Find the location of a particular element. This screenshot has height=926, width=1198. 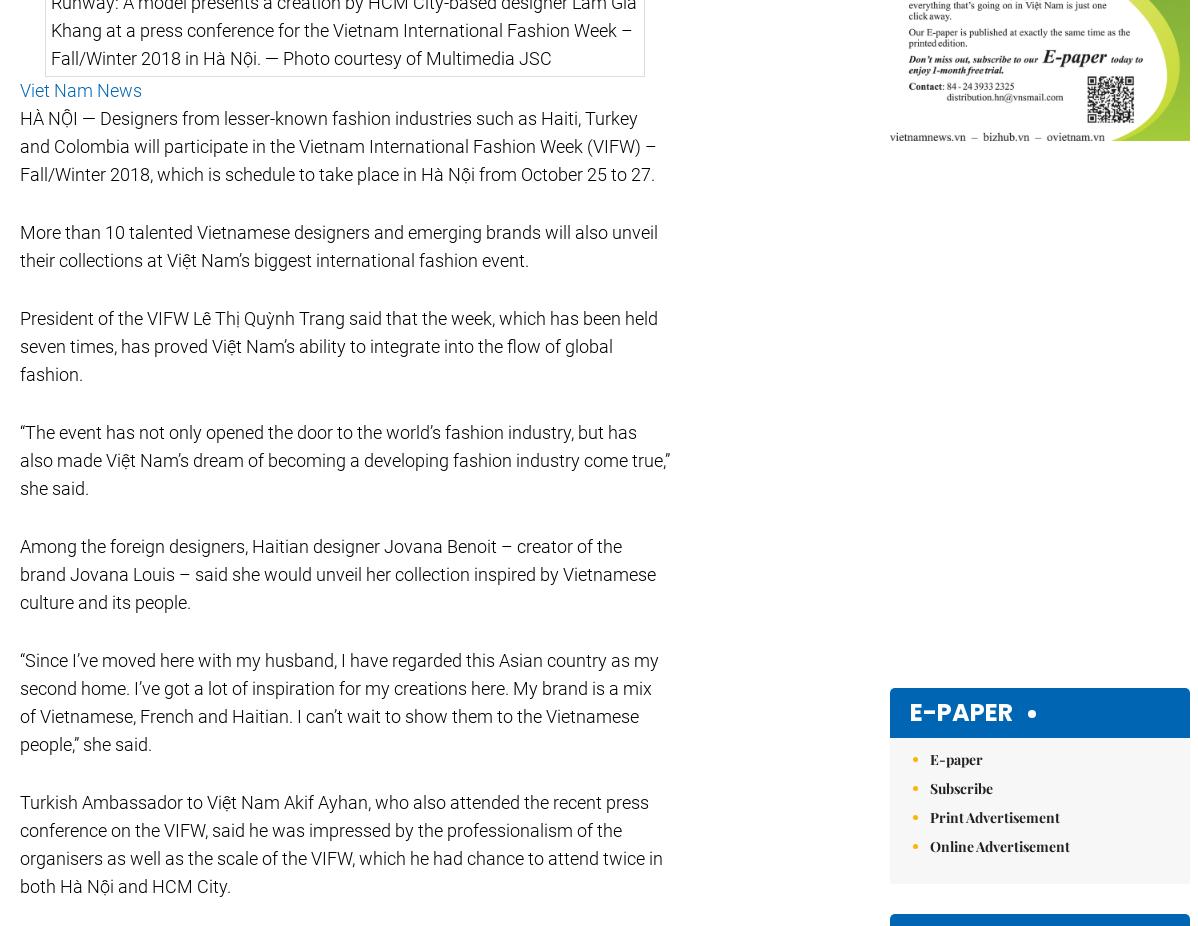

'close' is located at coordinates (1037, 760).